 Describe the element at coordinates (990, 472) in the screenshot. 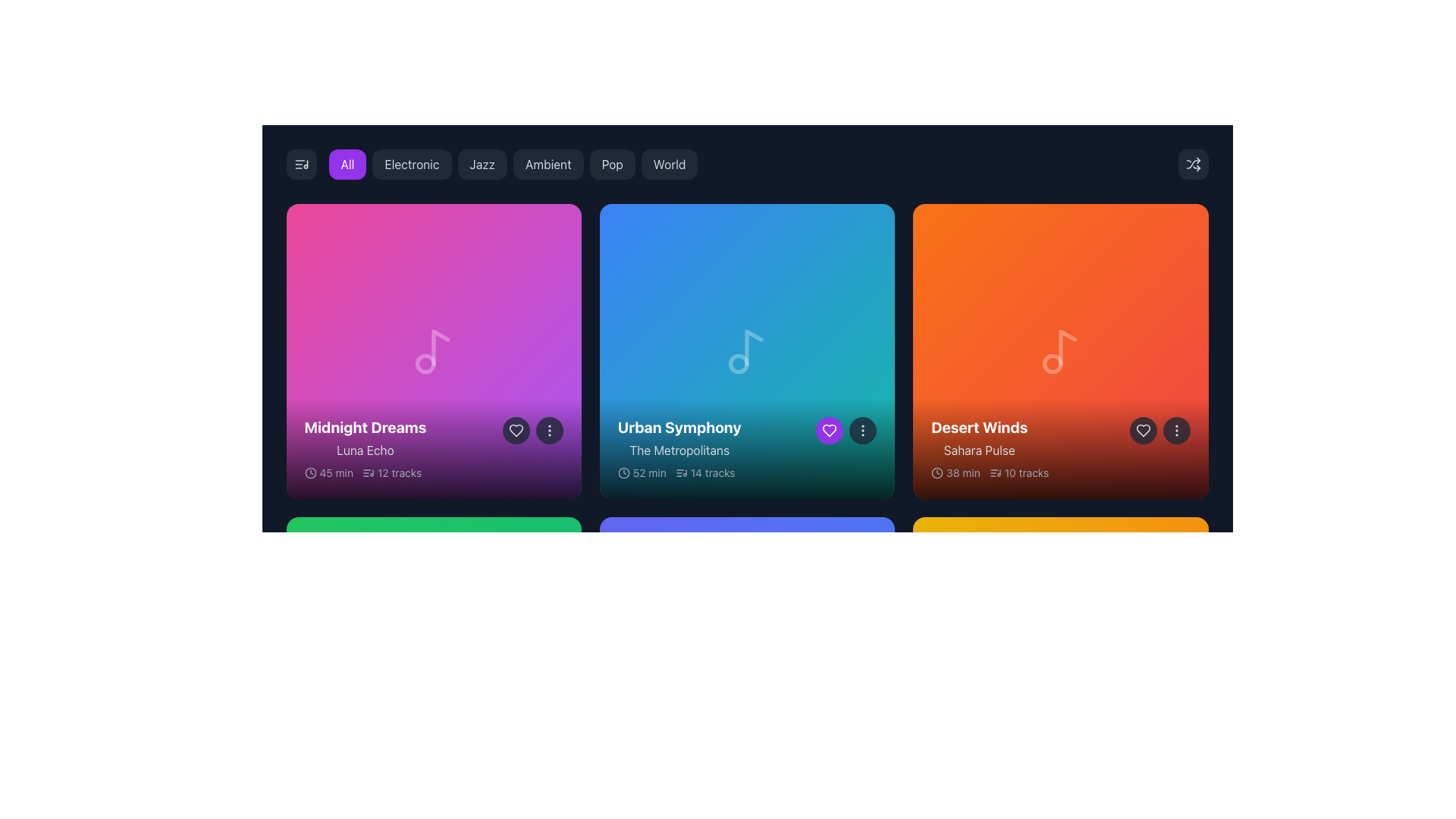

I see `metadata information of the 'Desert Winds' music card, which includes the duration ('38 min') and the number of tracks ('10 tracks') located in the bottom section of the card` at that location.